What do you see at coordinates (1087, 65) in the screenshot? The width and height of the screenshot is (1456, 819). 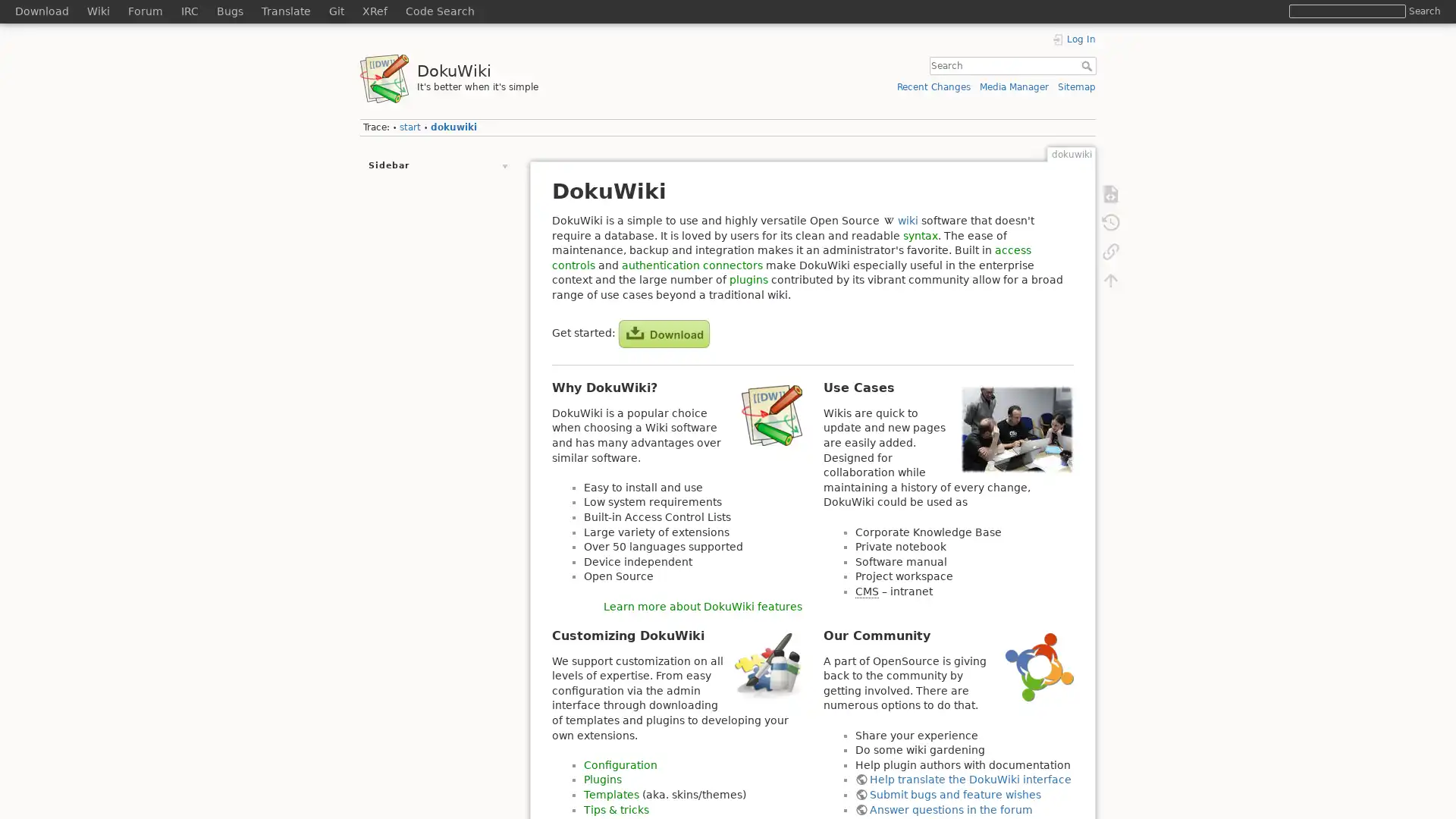 I see `Search` at bounding box center [1087, 65].